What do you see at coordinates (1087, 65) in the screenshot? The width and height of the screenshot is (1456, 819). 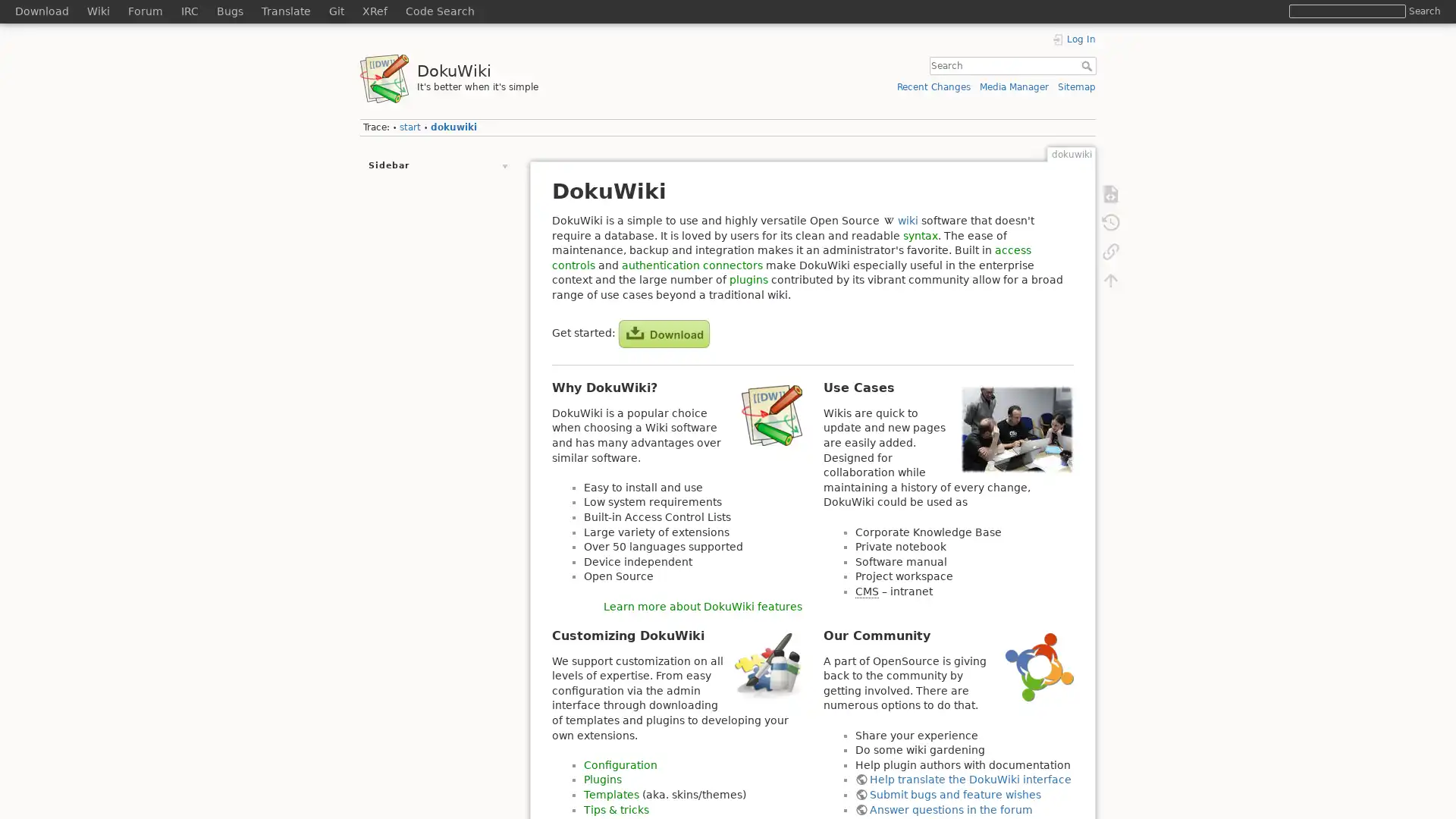 I see `Search` at bounding box center [1087, 65].